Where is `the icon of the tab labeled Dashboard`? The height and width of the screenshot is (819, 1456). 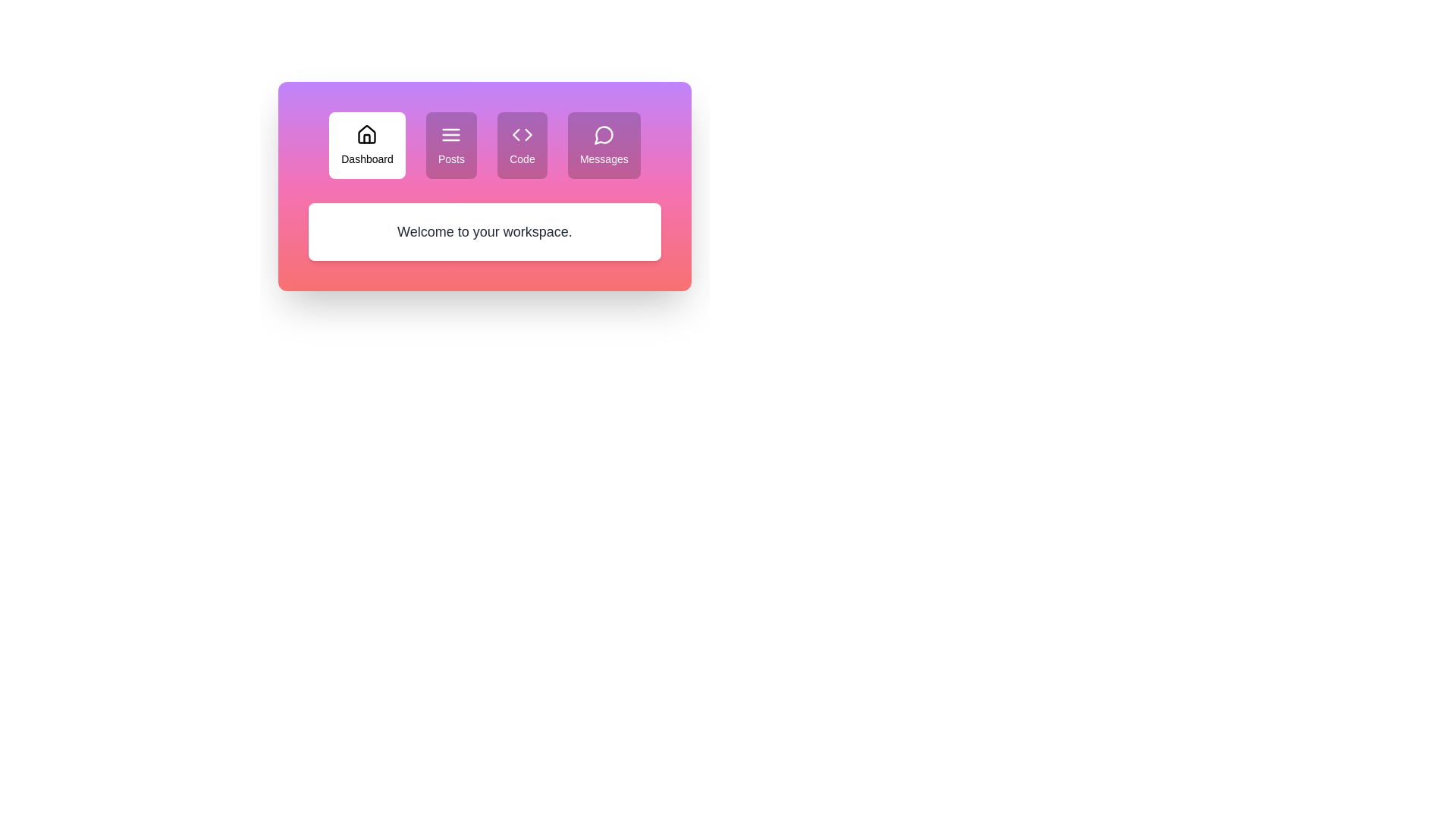 the icon of the tab labeled Dashboard is located at coordinates (367, 133).